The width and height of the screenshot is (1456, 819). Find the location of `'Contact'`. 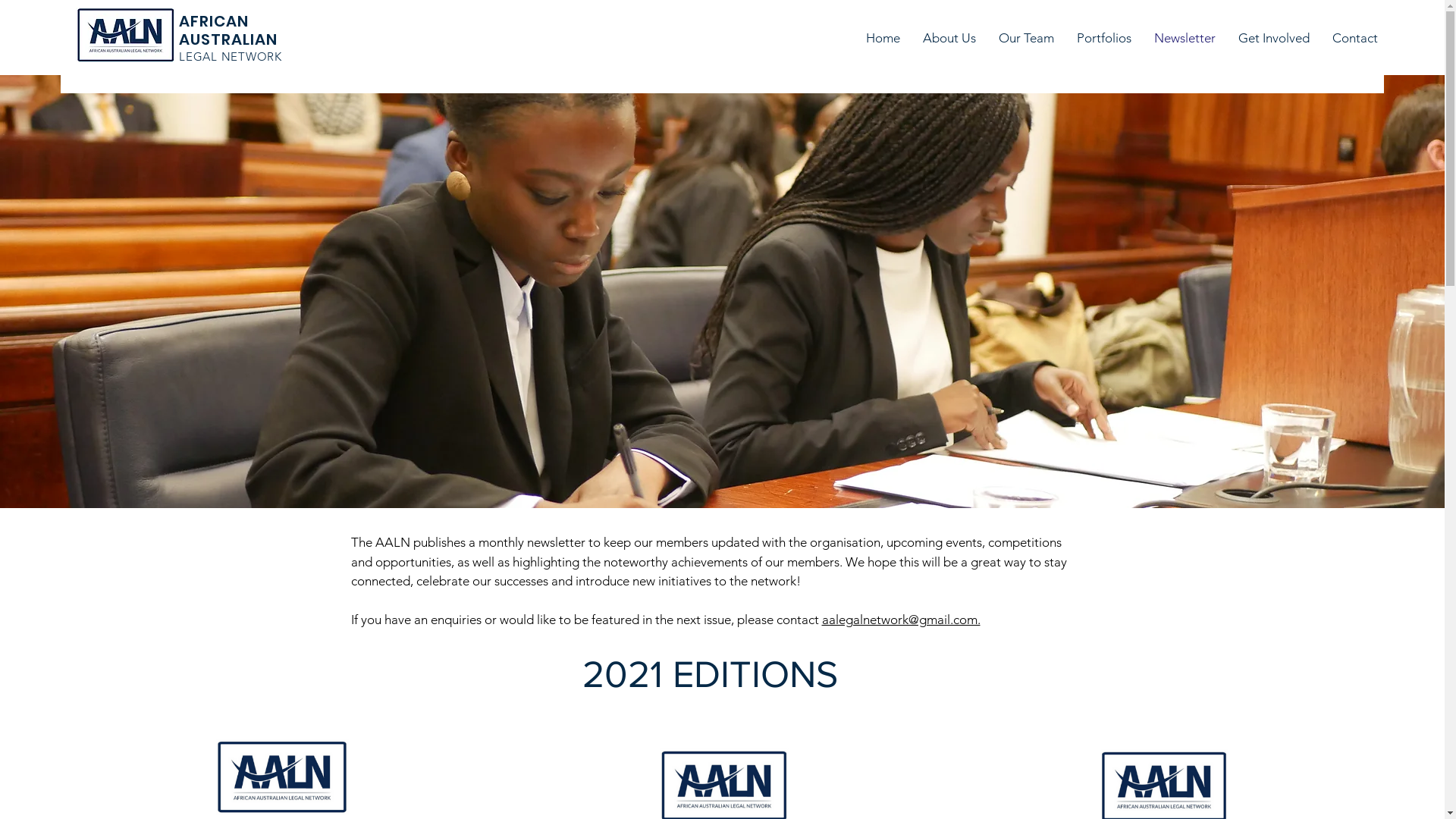

'Contact' is located at coordinates (1354, 37).